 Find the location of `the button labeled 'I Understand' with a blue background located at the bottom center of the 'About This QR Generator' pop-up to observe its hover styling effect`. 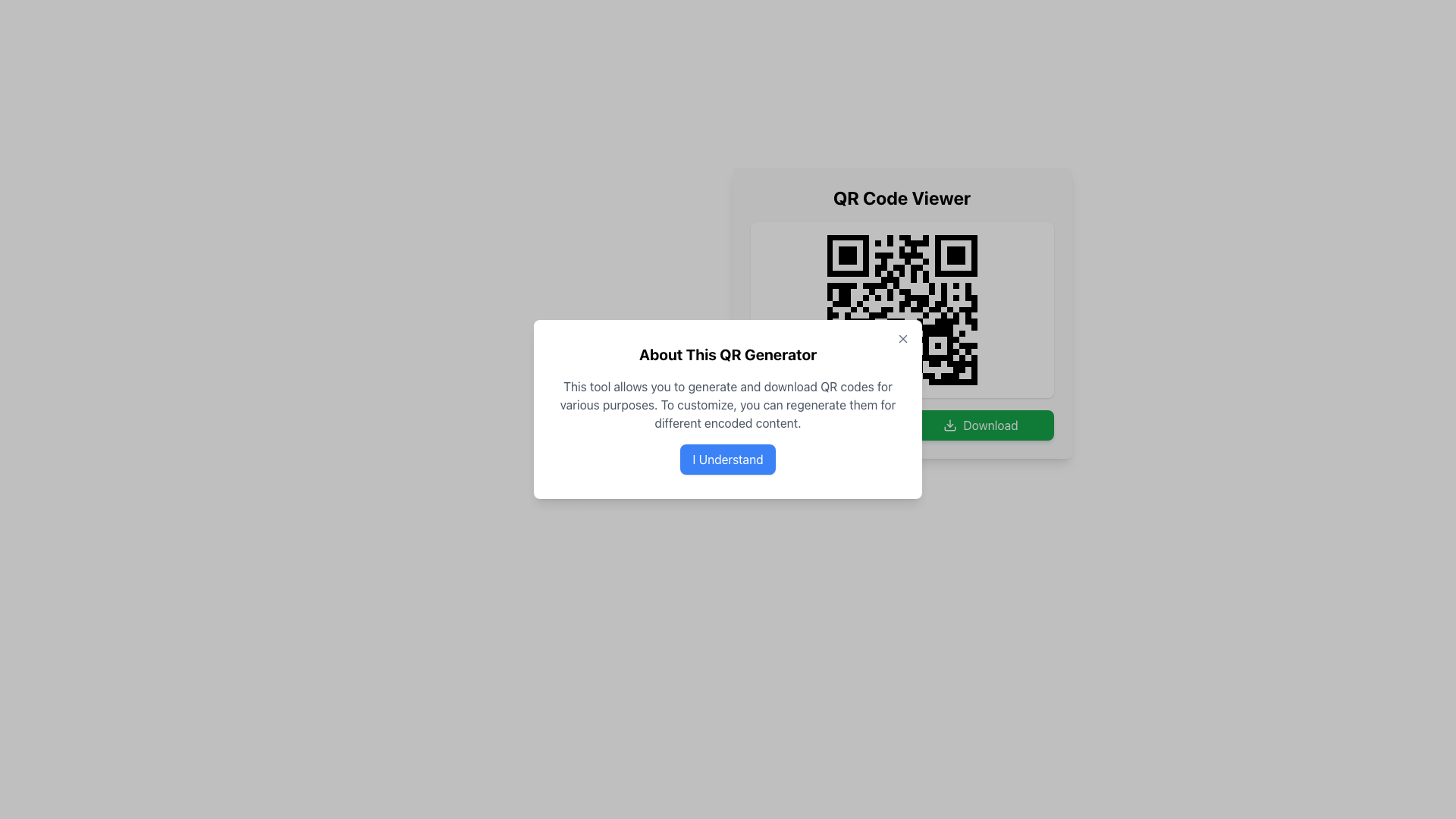

the button labeled 'I Understand' with a blue background located at the bottom center of the 'About This QR Generator' pop-up to observe its hover styling effect is located at coordinates (728, 458).